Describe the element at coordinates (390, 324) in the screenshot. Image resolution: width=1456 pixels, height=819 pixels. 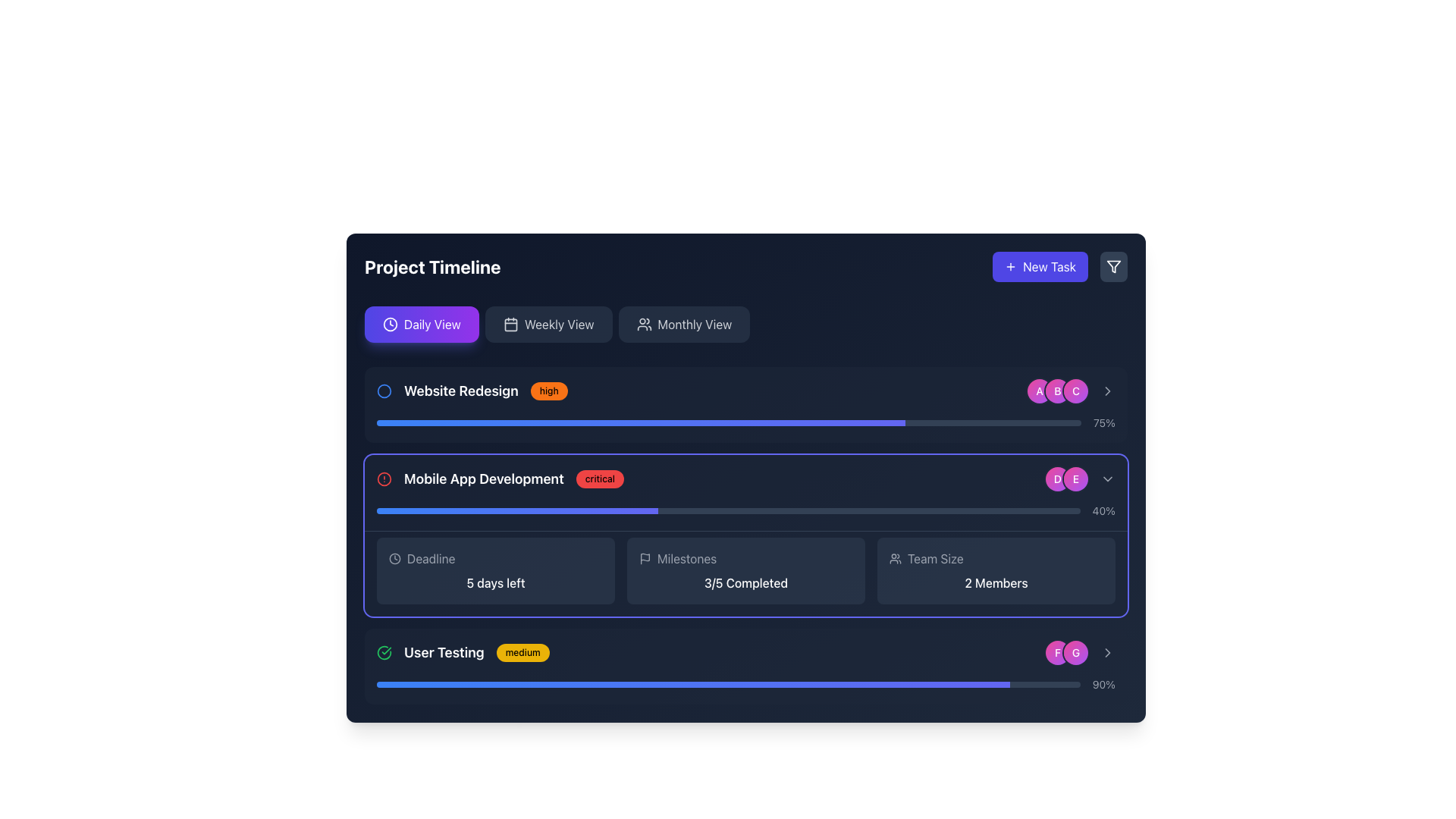
I see `the circular clock icon to the left of the 'Daily View' text` at that location.